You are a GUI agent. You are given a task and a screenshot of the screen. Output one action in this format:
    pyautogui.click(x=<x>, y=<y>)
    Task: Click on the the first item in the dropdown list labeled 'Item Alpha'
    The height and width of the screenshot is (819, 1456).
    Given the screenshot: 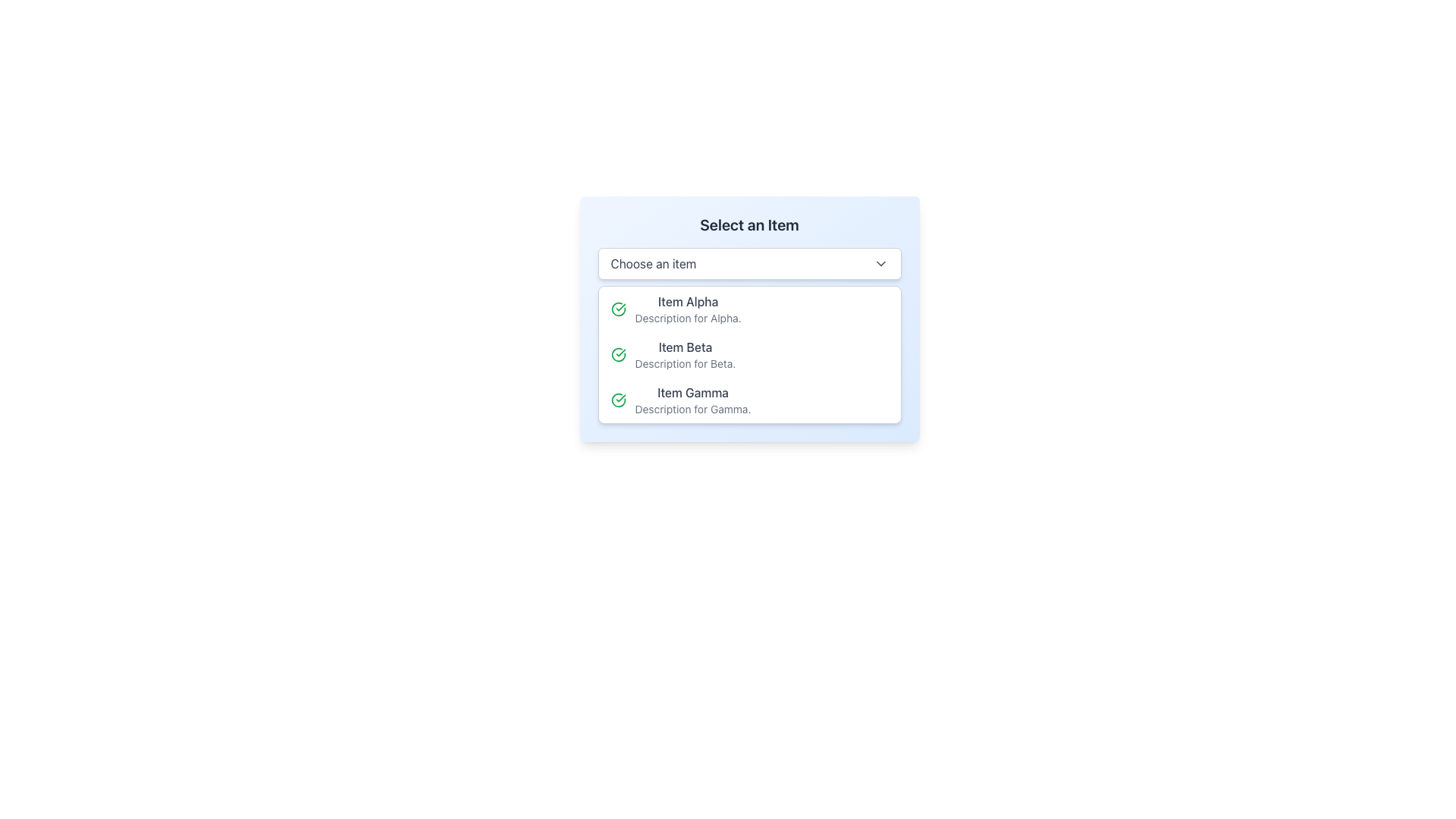 What is the action you would take?
    pyautogui.click(x=687, y=309)
    